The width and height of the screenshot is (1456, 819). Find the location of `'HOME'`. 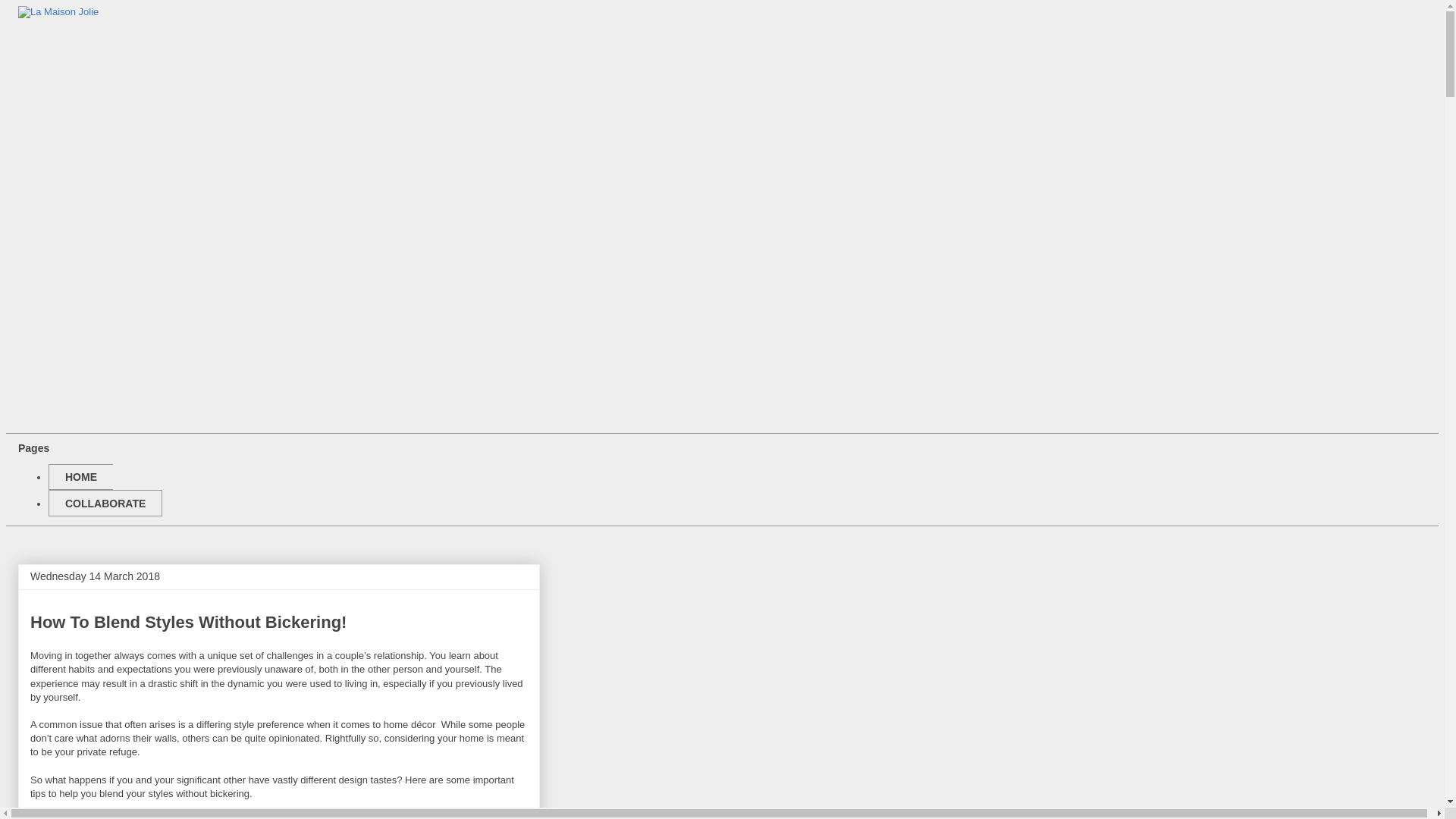

'HOME' is located at coordinates (80, 476).